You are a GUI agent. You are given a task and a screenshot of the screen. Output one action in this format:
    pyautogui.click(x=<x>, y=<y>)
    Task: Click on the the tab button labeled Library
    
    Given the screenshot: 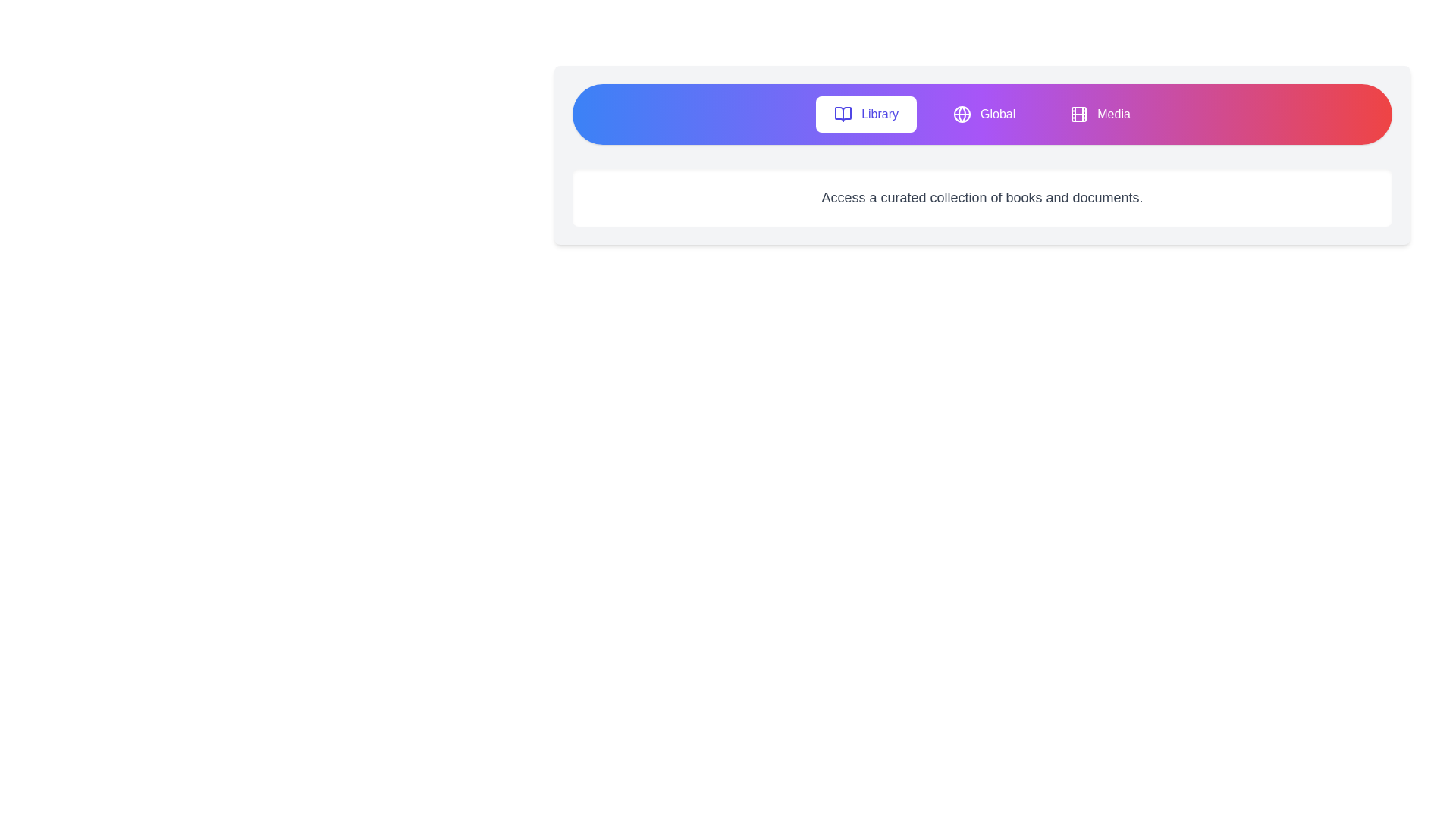 What is the action you would take?
    pyautogui.click(x=866, y=113)
    